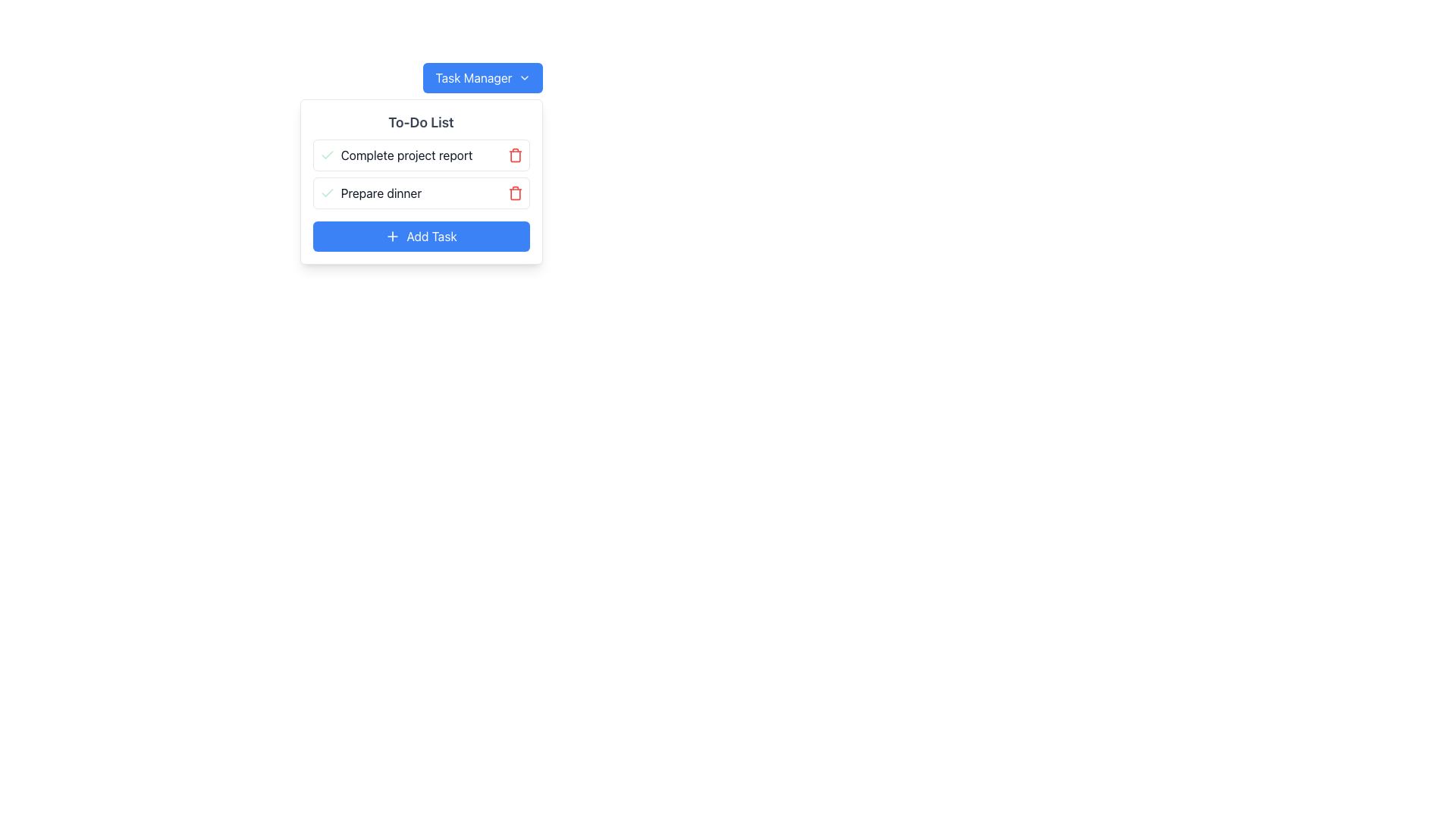 The image size is (1456, 819). What do you see at coordinates (421, 174) in the screenshot?
I see `a task from the vertically arranged list of tasks in the To-Do List, located centrally below the heading and above the Add Task button` at bounding box center [421, 174].